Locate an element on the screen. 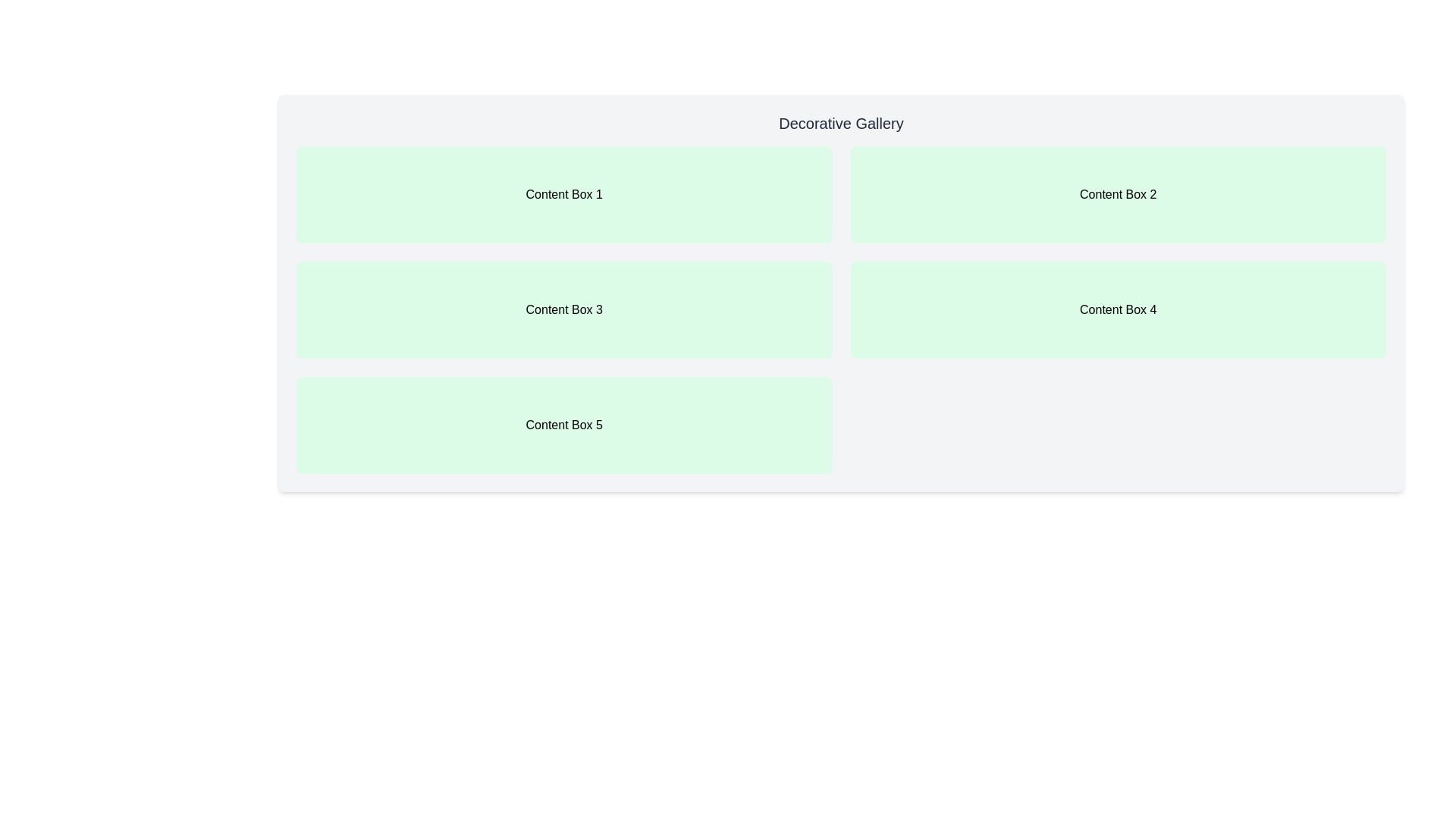 Image resolution: width=1456 pixels, height=819 pixels. the textual header displaying 'Decorative Gallery' is located at coordinates (840, 122).